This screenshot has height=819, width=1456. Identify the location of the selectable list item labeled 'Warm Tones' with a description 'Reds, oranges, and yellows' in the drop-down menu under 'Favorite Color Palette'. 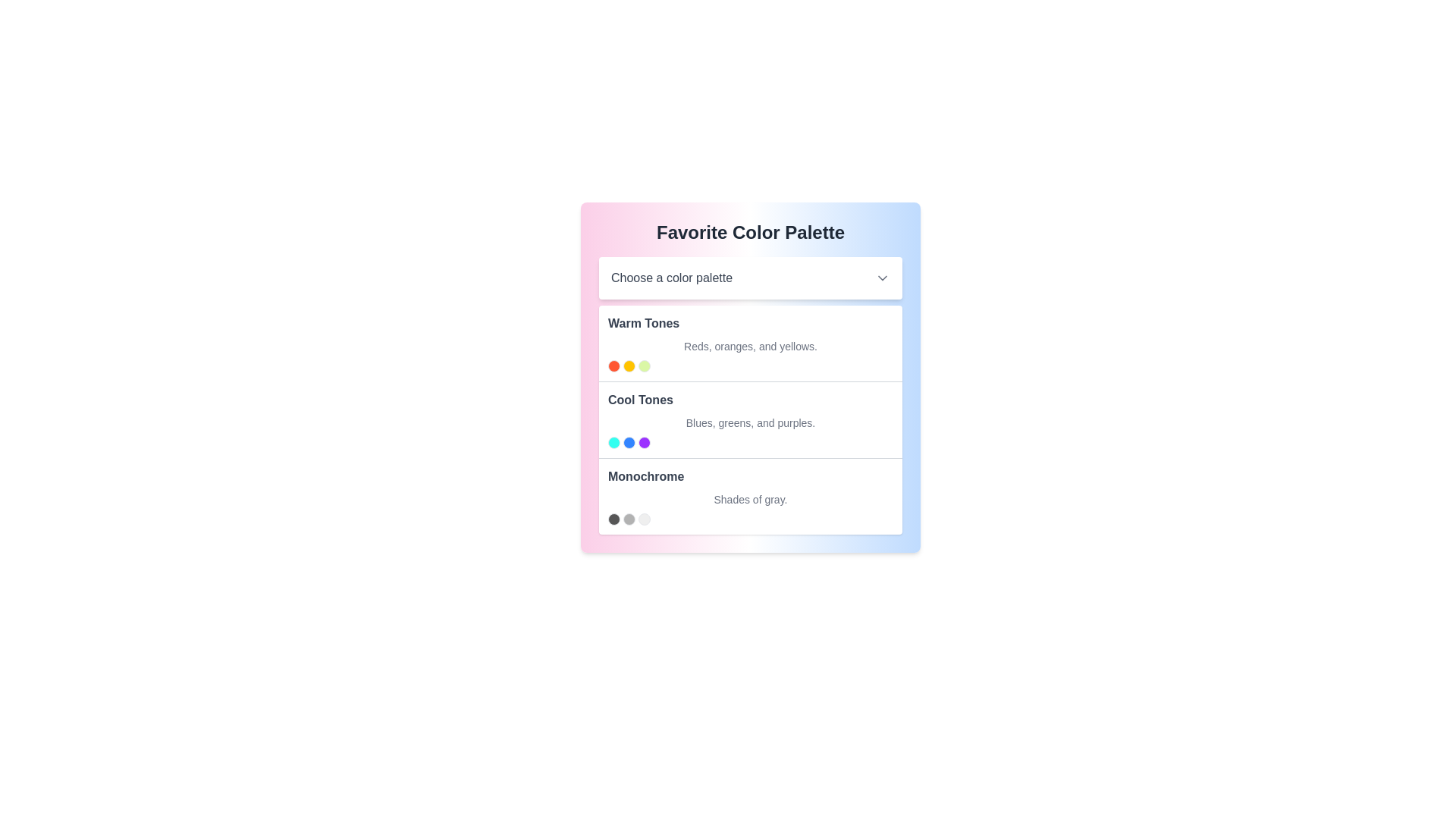
(750, 343).